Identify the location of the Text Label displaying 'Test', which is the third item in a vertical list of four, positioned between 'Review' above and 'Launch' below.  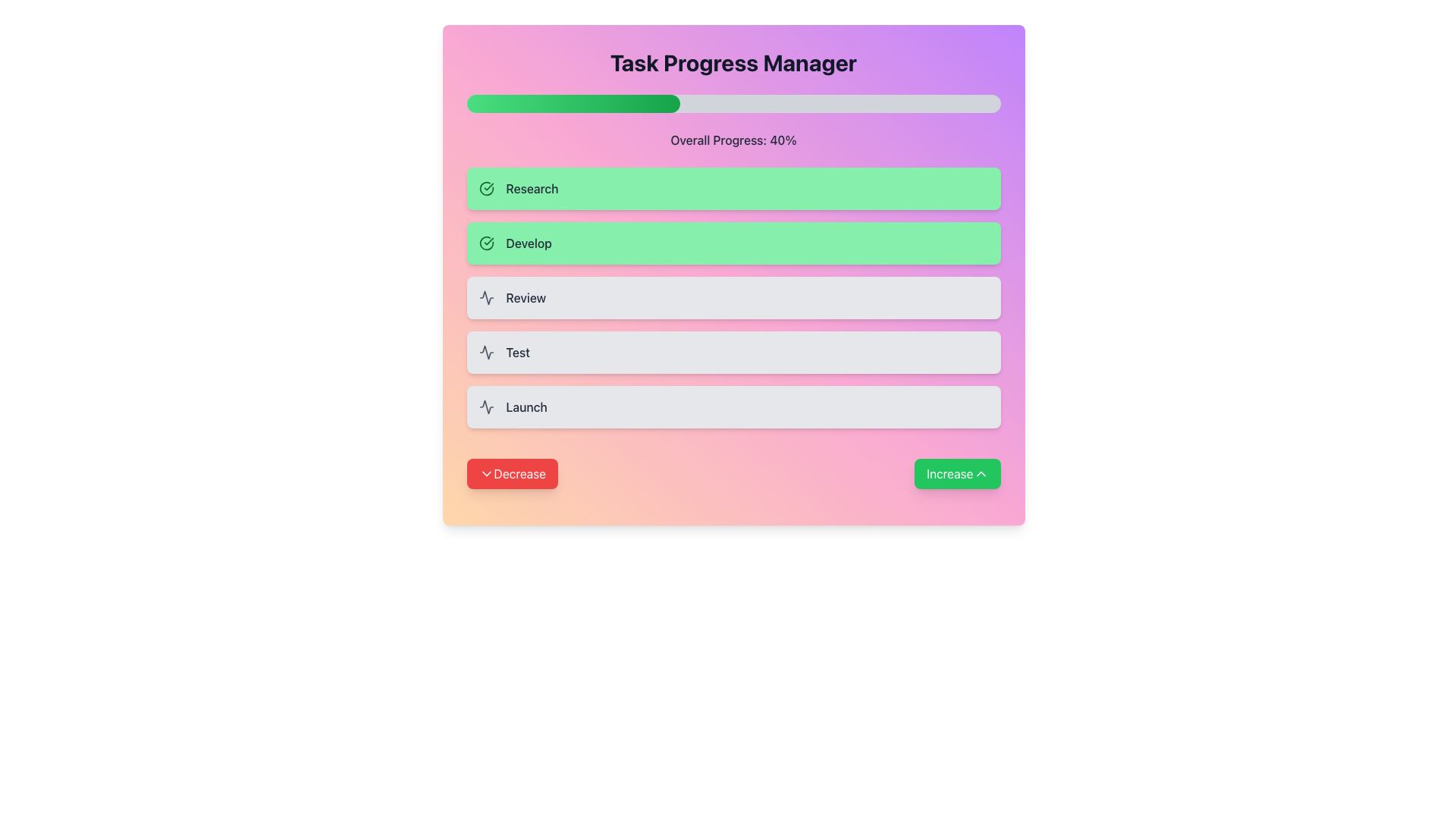
(518, 353).